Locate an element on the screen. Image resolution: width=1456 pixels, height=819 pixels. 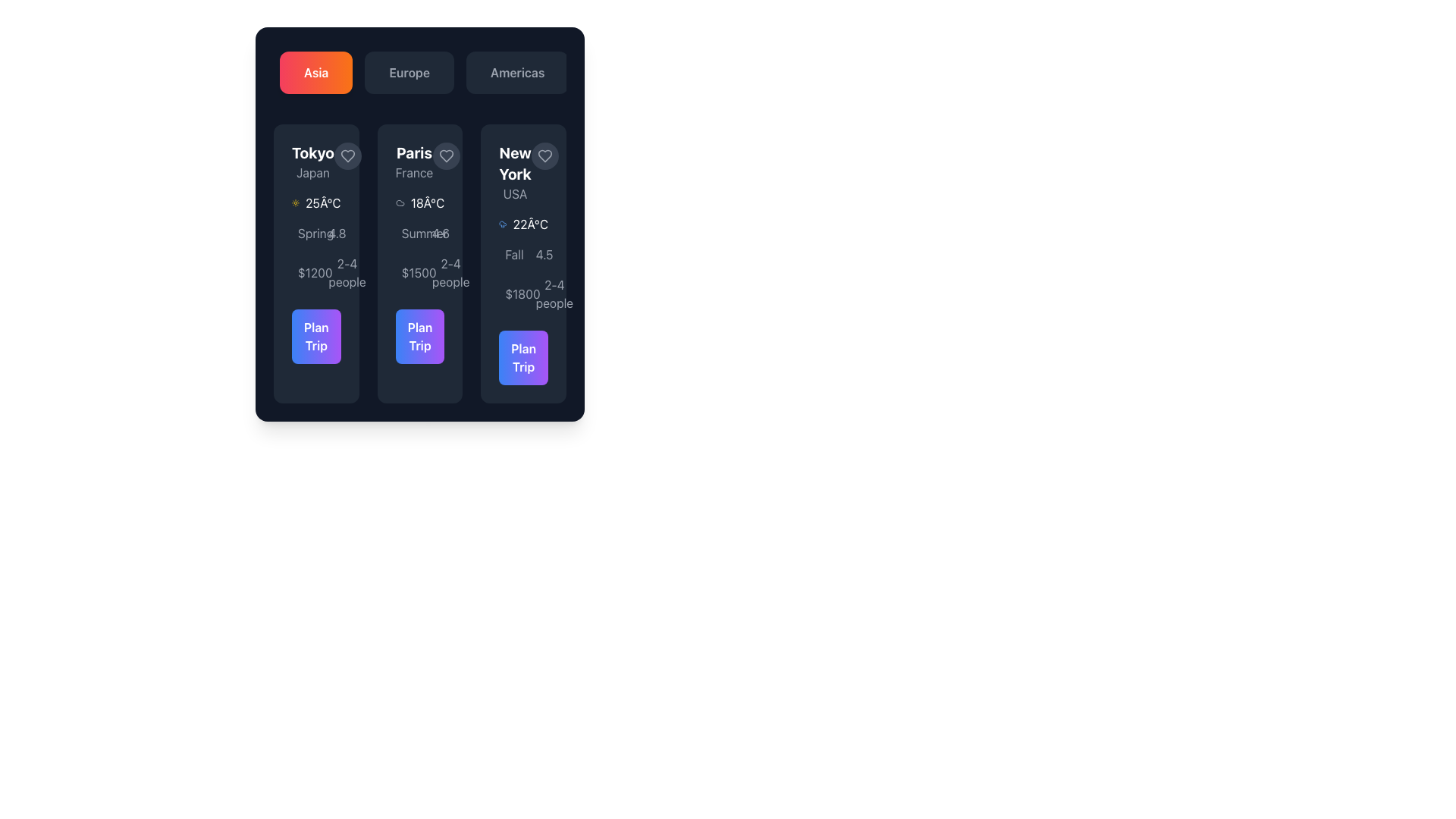
the text label and icon combination reading '2-4 people', which is styled in light gray and located in a card-like section for 'Paris, France', positioned below the price label '$1500' and above the 'Plan Trip' button is located at coordinates (435, 271).